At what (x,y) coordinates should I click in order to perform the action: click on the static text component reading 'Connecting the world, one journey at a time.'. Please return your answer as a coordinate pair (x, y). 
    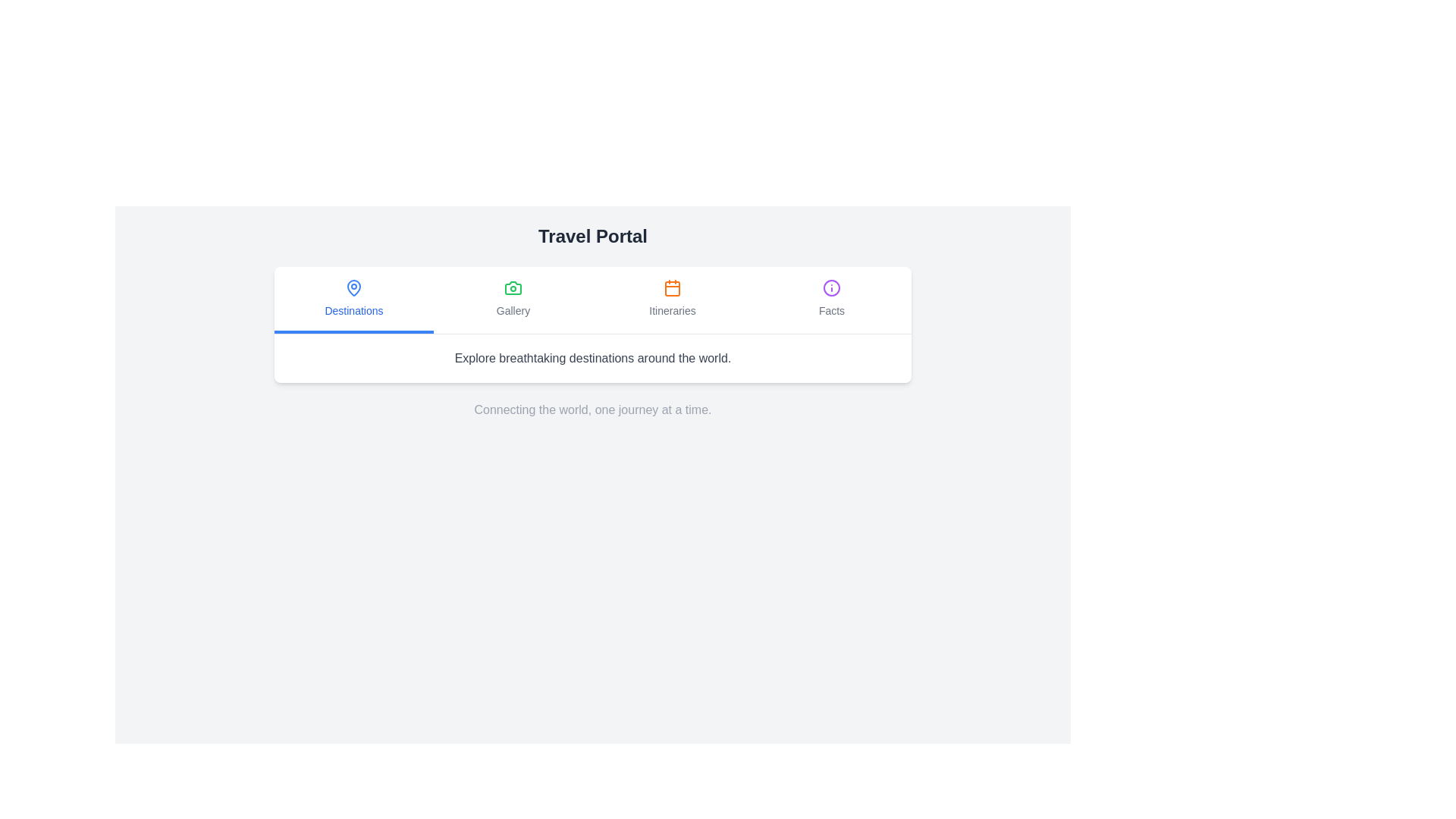
    Looking at the image, I should click on (592, 409).